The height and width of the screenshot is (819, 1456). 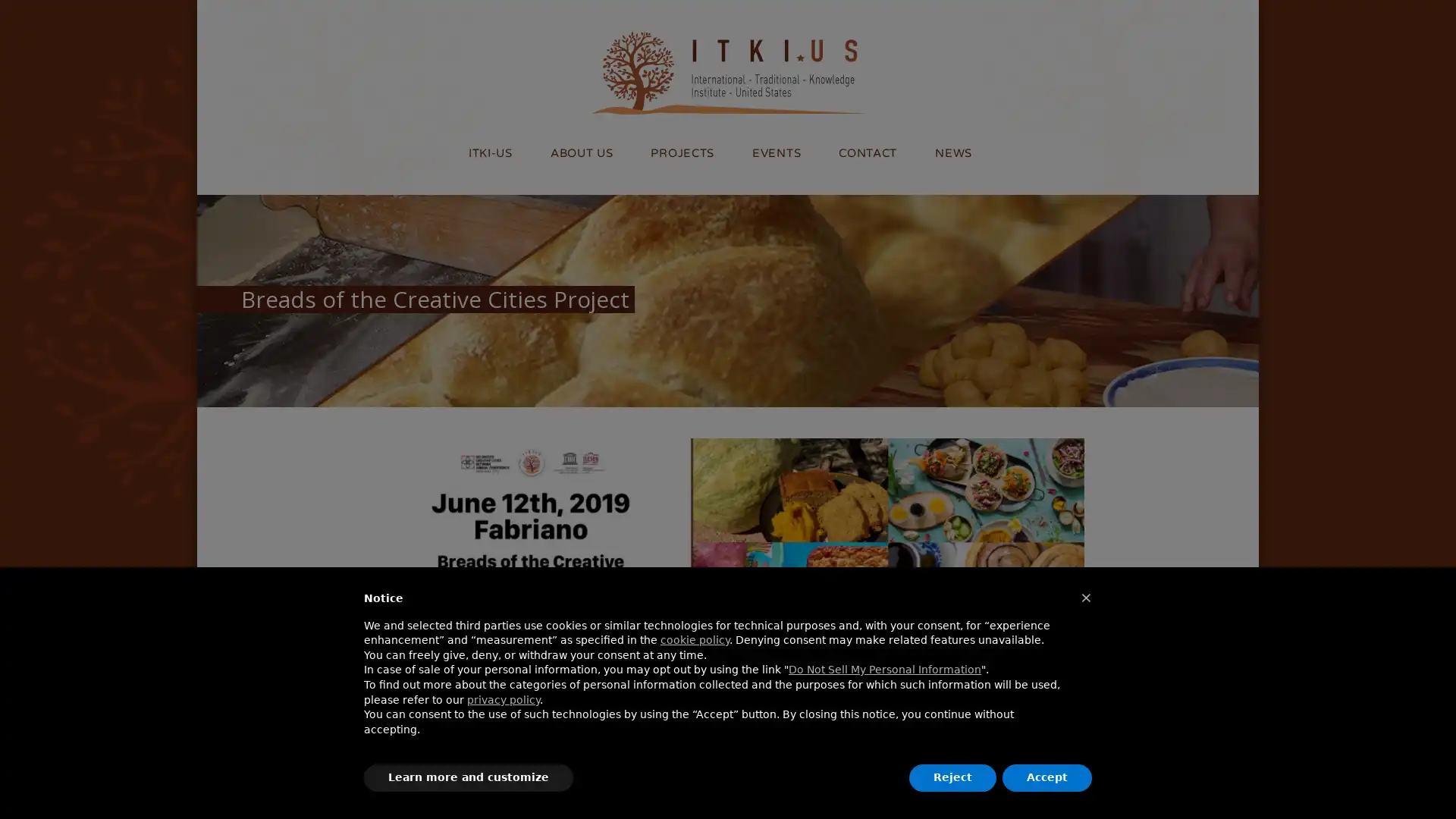 I want to click on Reject, so click(x=952, y=778).